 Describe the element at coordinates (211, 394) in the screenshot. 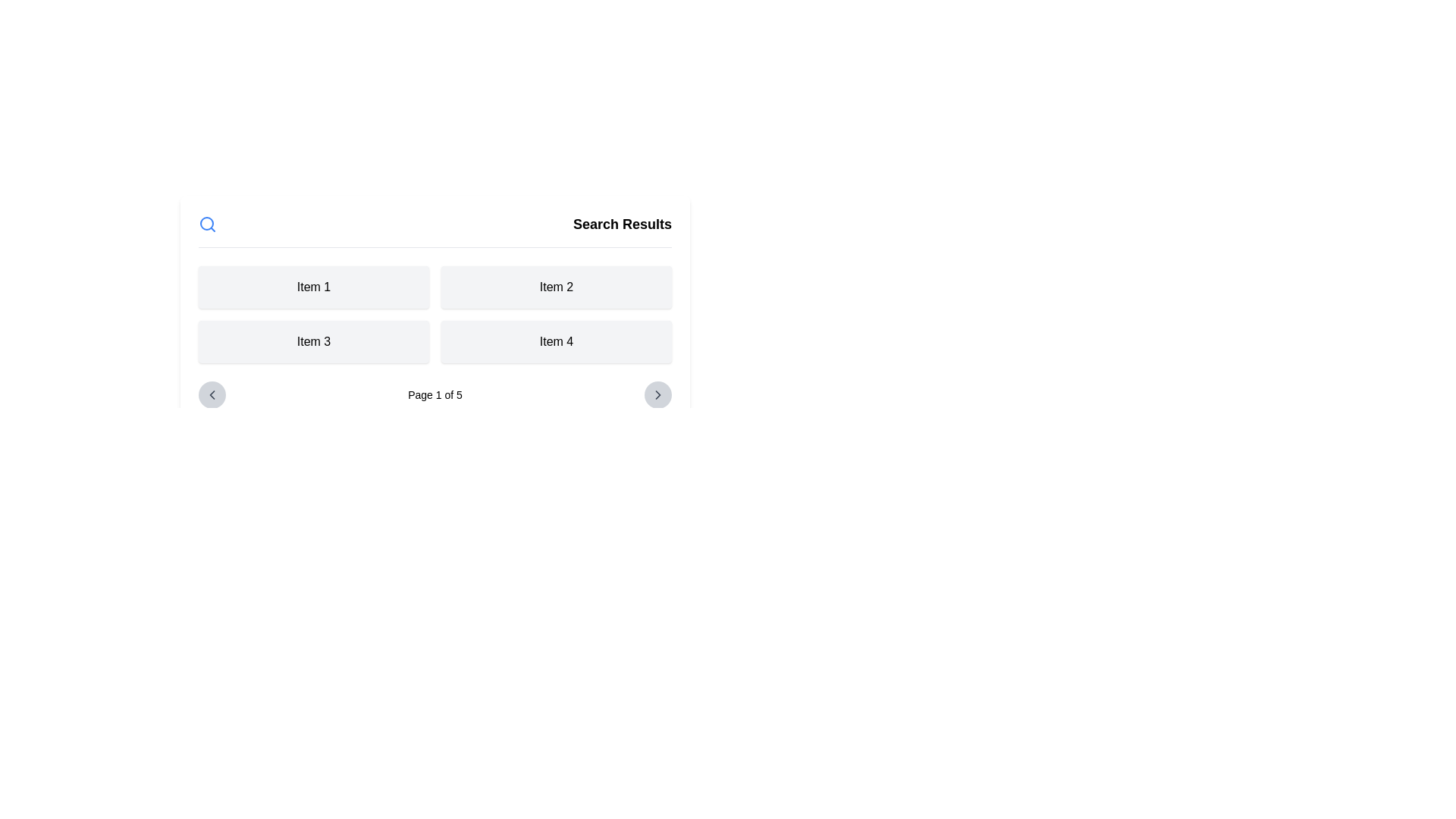

I see `the previous page navigation button located in the bottom section of the navigation bar` at that location.